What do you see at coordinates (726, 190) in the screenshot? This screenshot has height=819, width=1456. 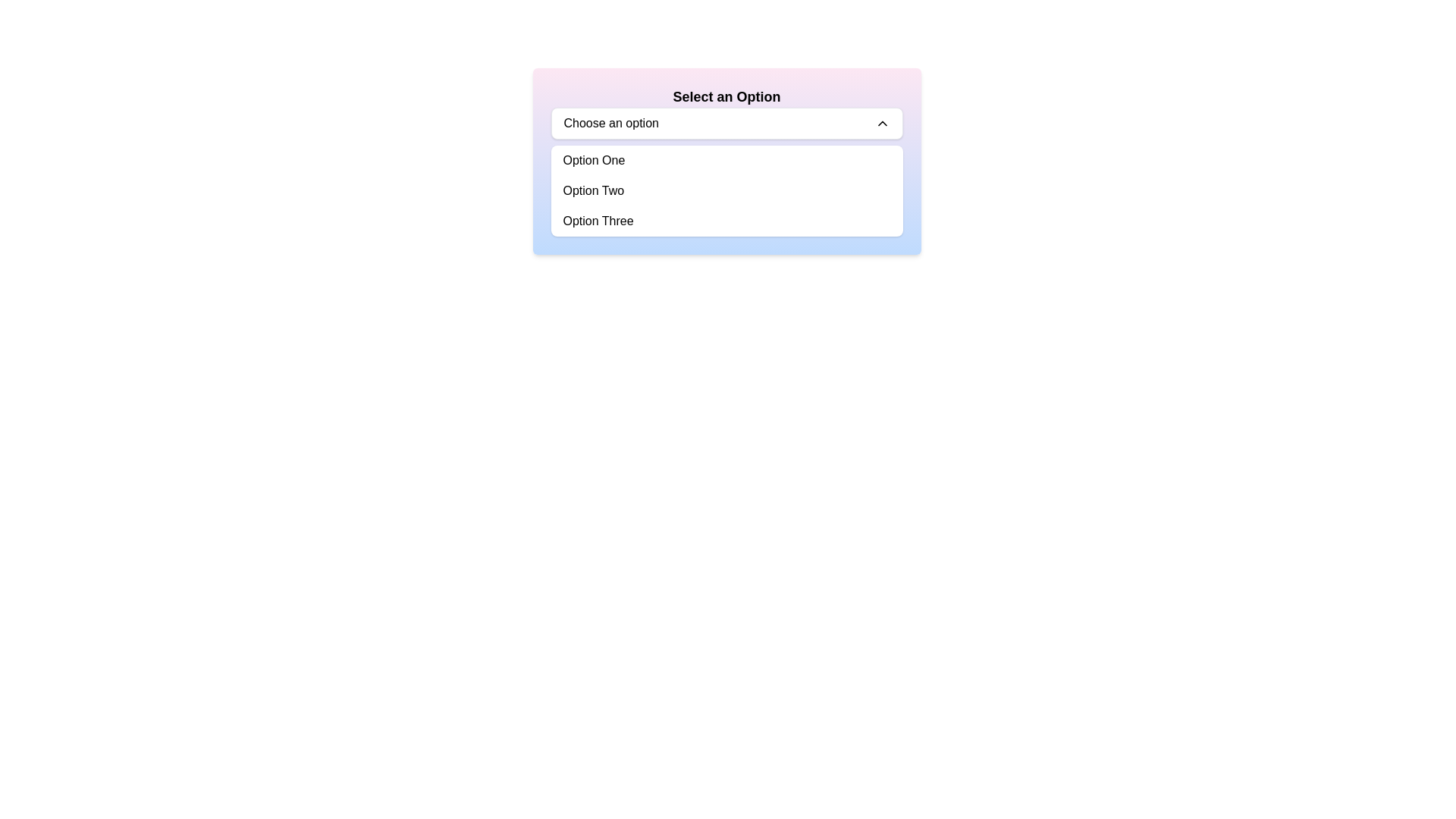 I see `the Dropdown menu option list` at bounding box center [726, 190].